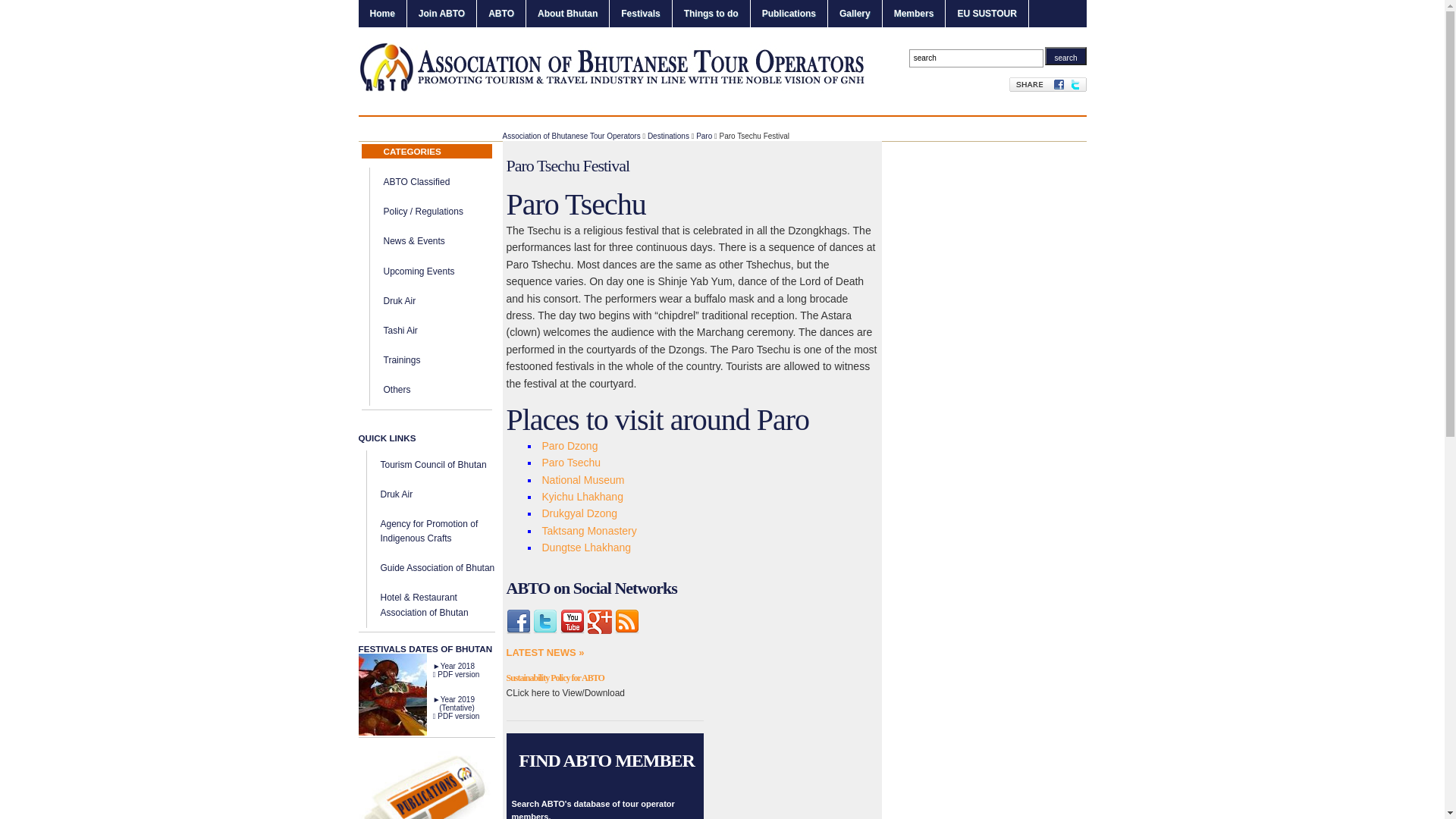 This screenshot has height=819, width=1456. Describe the element at coordinates (1065, 55) in the screenshot. I see `'search'` at that location.